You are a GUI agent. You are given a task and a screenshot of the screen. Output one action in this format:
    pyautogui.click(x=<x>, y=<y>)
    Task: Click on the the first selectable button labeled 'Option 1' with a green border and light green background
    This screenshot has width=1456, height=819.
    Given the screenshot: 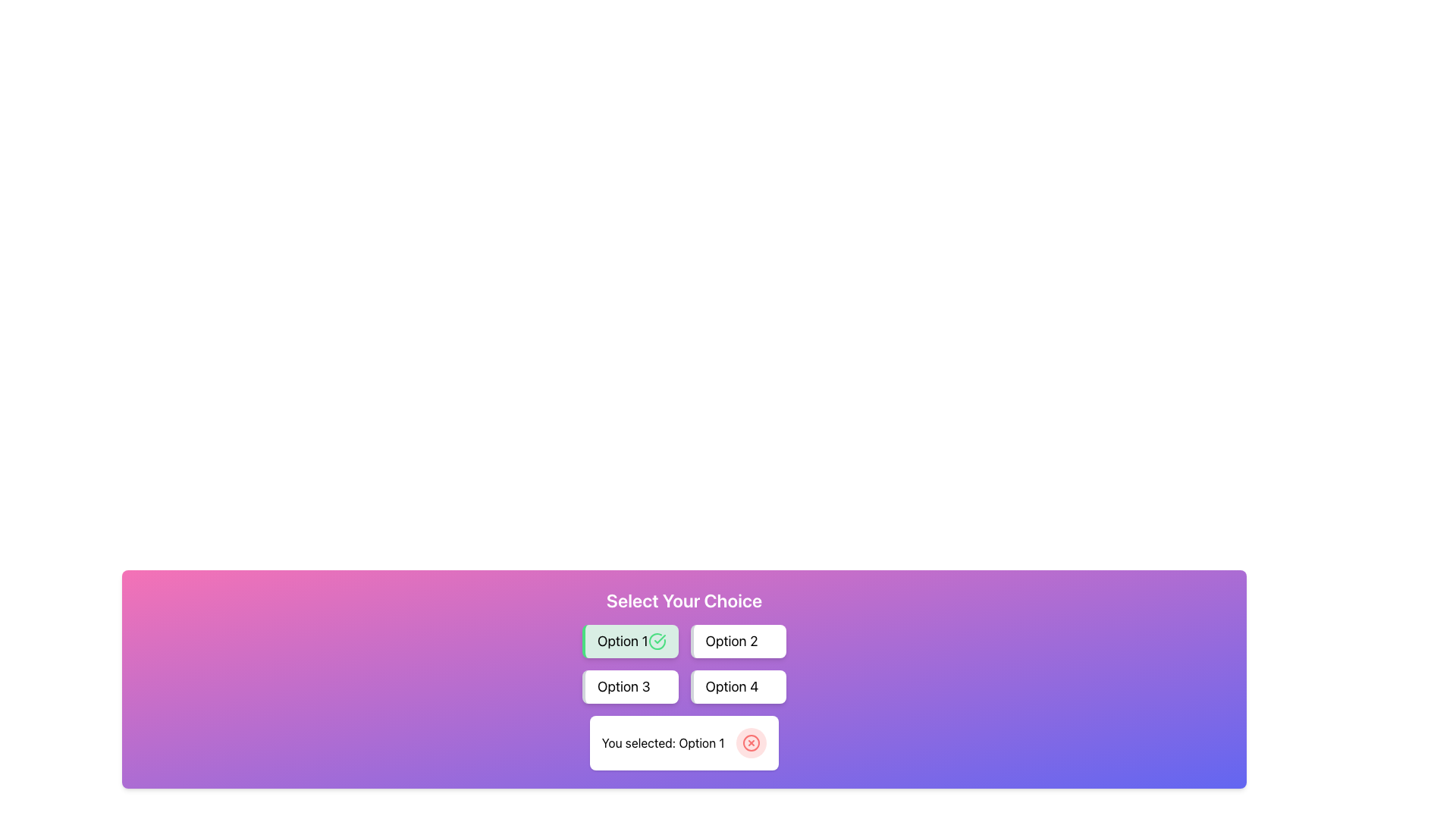 What is the action you would take?
    pyautogui.click(x=630, y=641)
    